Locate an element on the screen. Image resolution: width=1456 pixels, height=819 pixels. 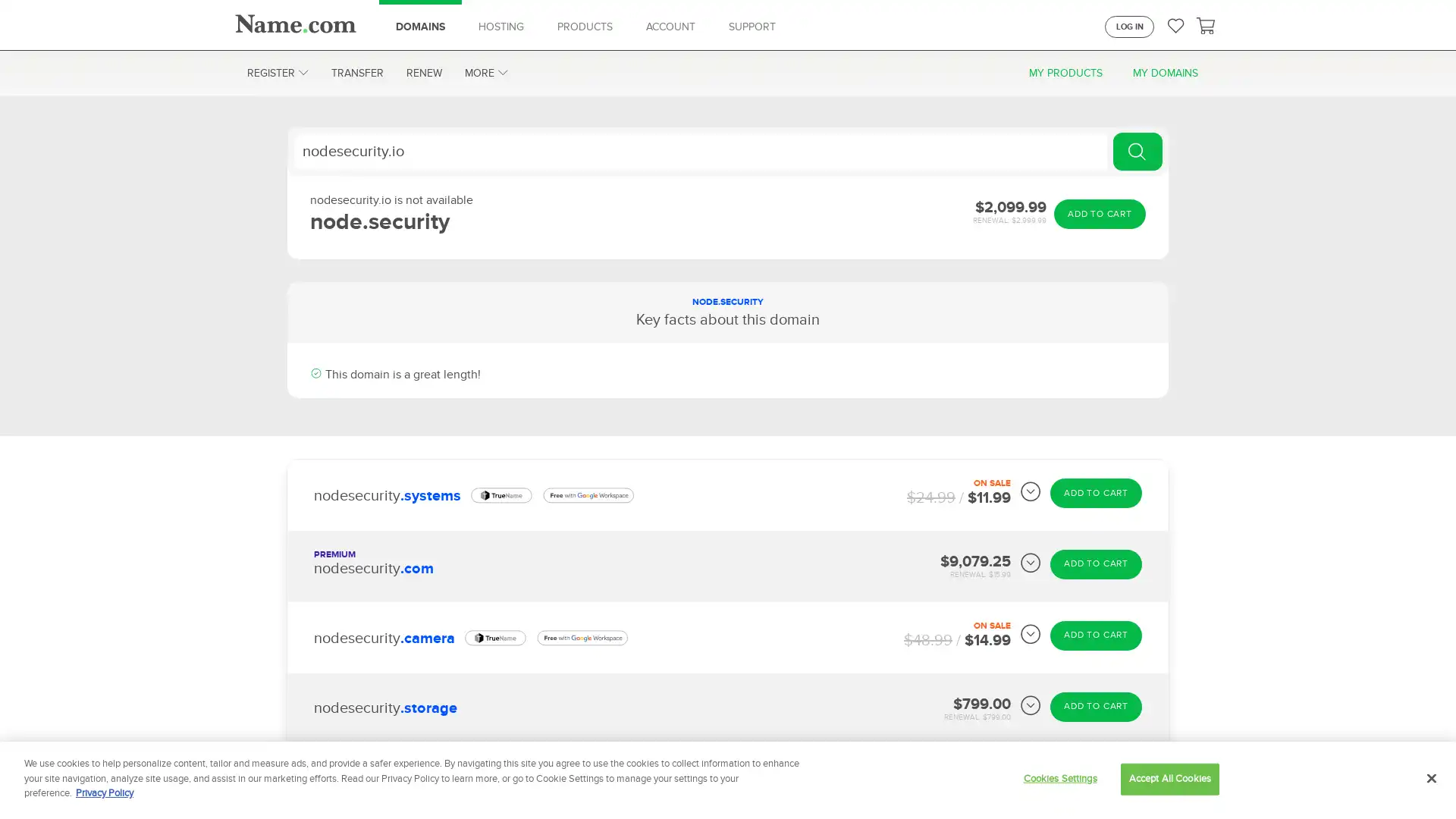
ADD TO CART is located at coordinates (1096, 706).